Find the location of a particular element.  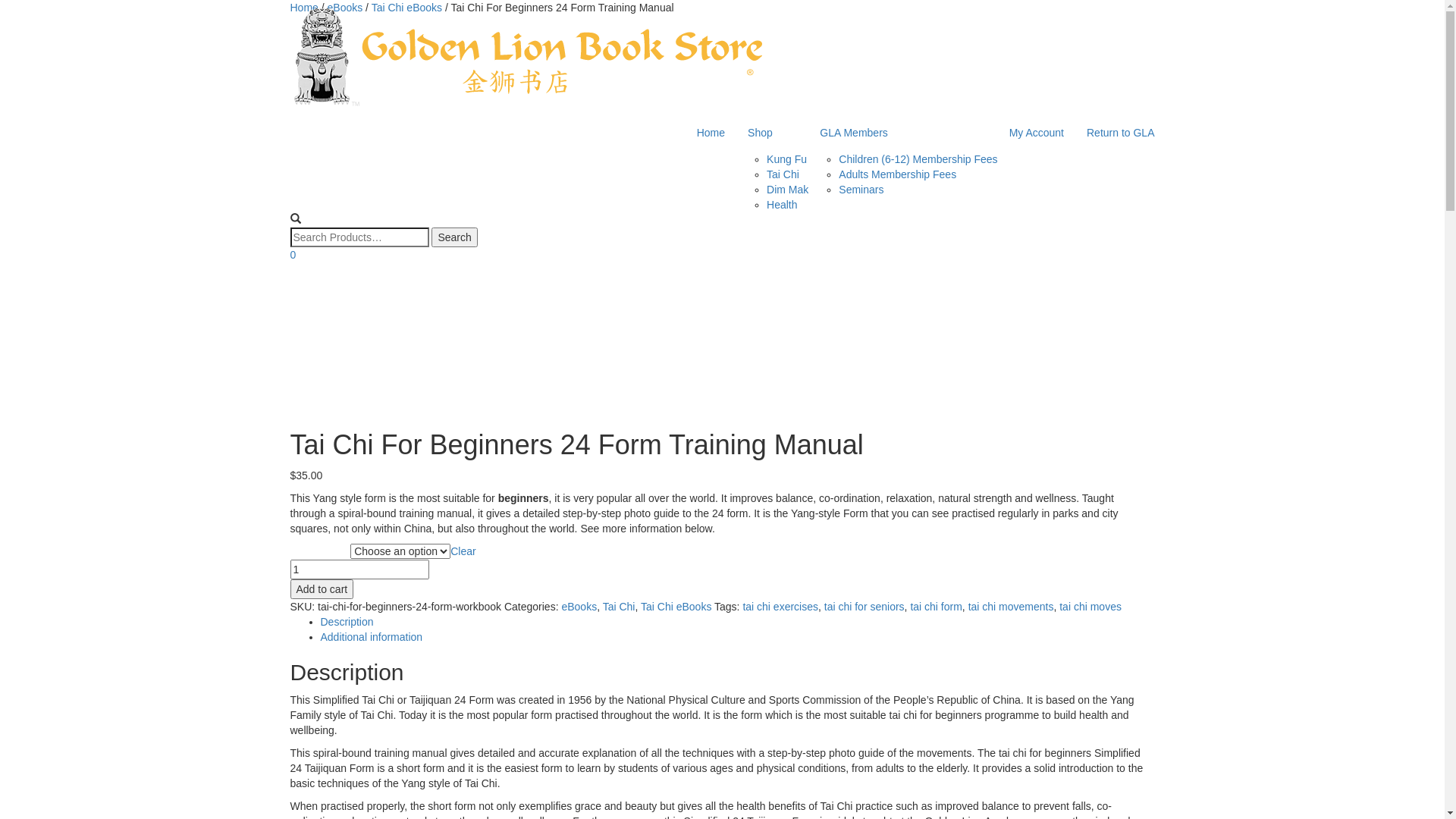

'Dim Mak' is located at coordinates (787, 189).